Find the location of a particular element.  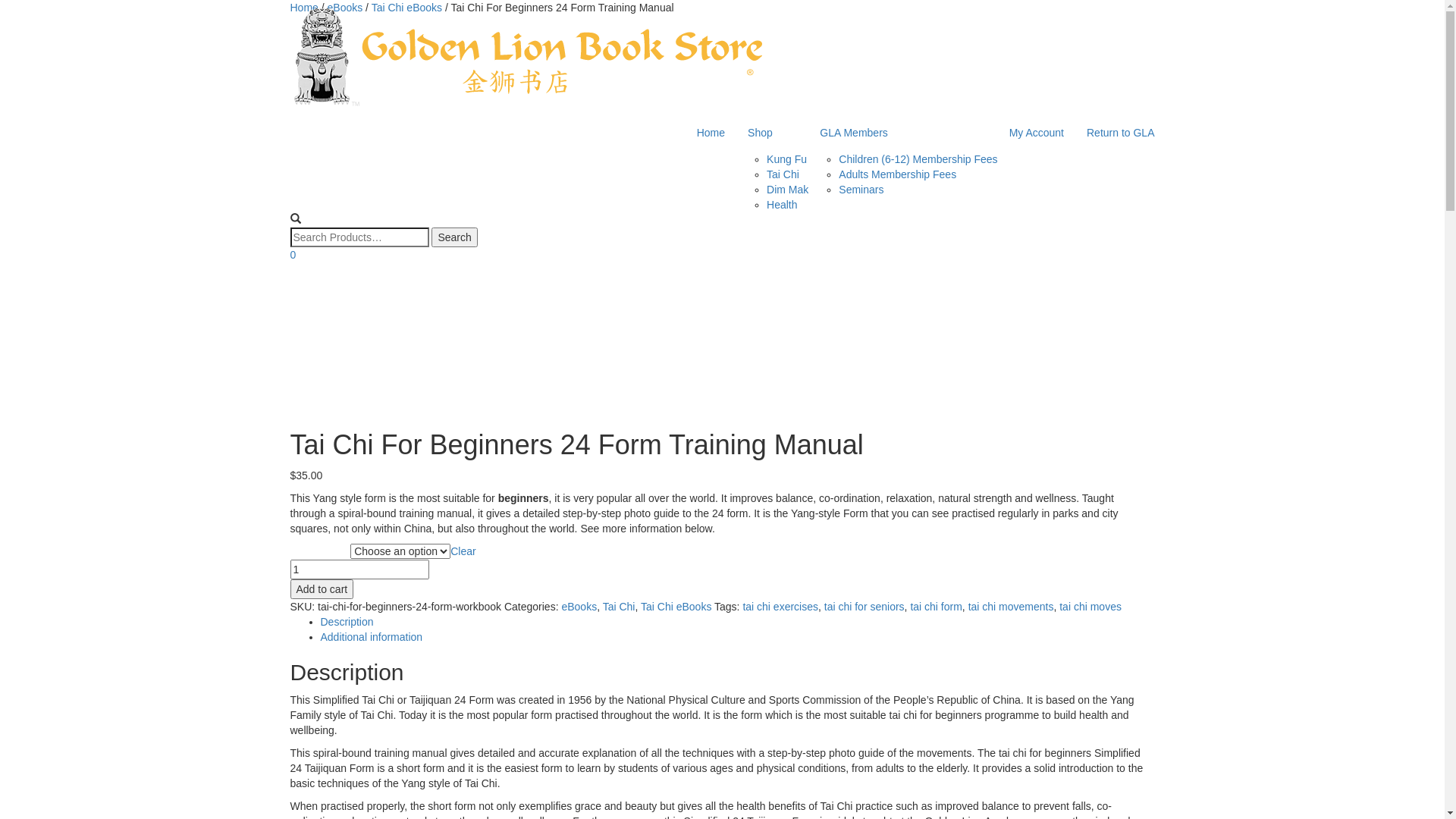

'Dim Mak' is located at coordinates (787, 189).